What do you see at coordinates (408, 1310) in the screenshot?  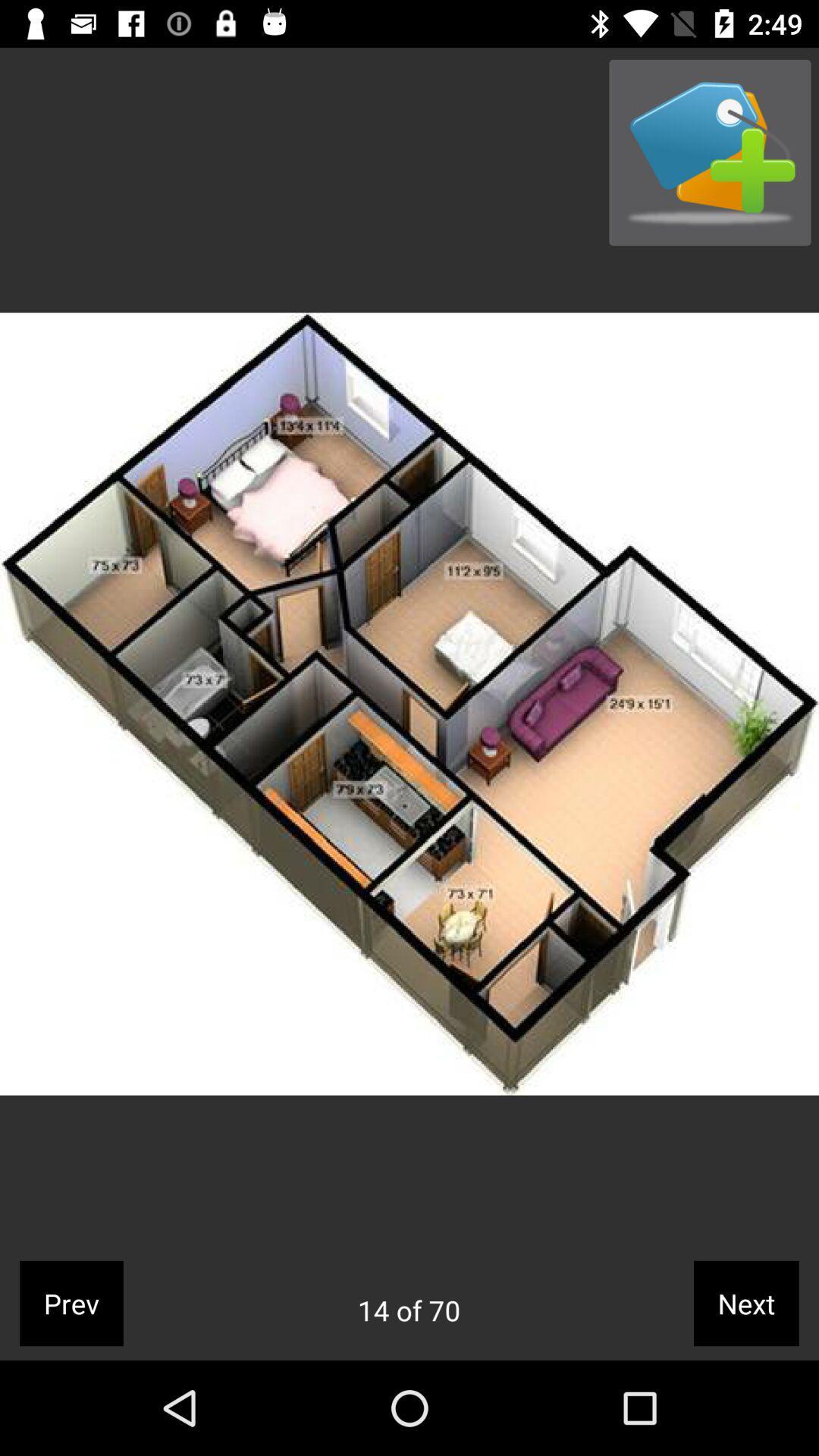 I see `the icon to the left of the next icon` at bounding box center [408, 1310].